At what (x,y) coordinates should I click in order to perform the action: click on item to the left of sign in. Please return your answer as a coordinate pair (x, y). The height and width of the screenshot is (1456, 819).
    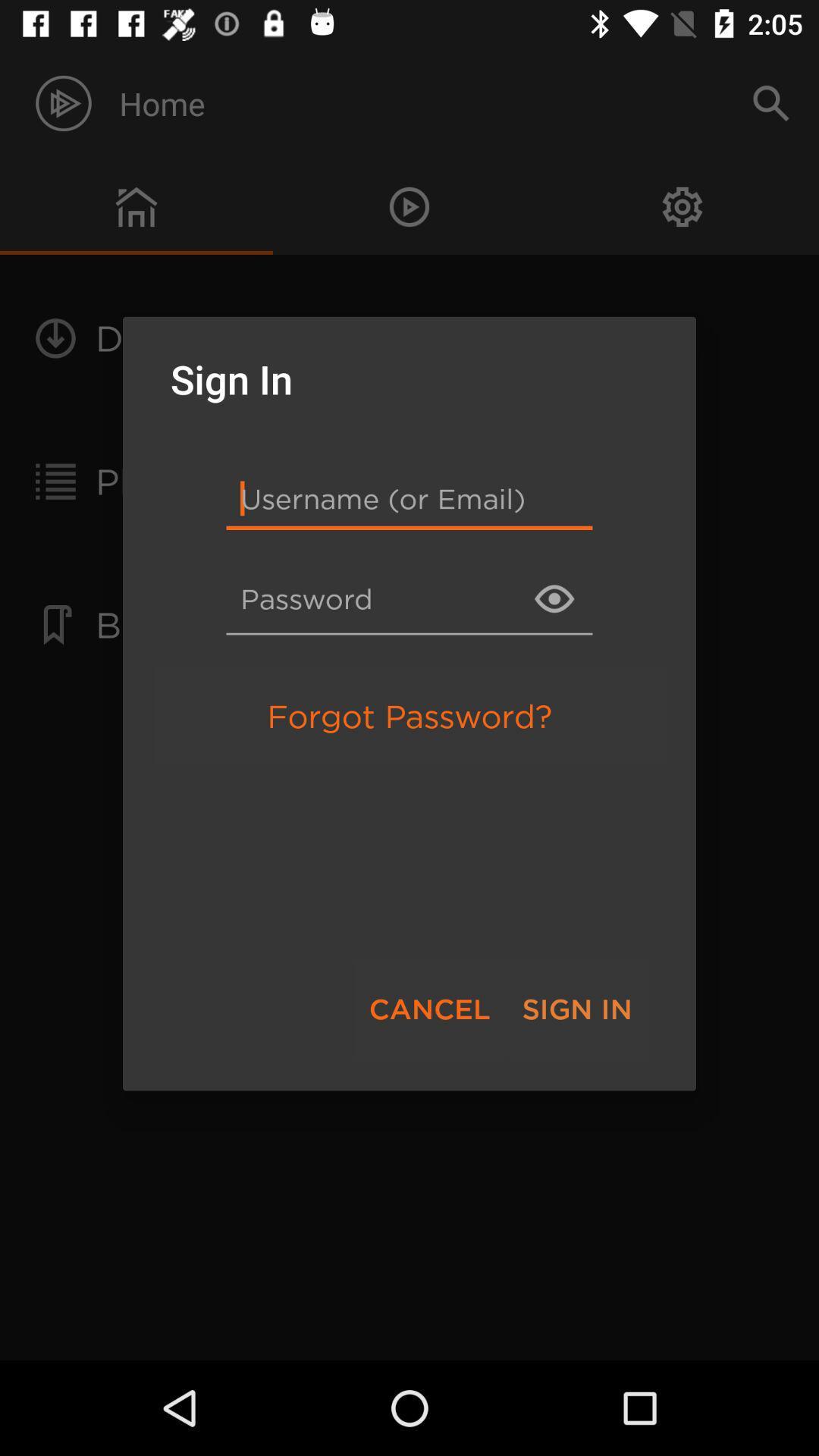
    Looking at the image, I should click on (429, 1009).